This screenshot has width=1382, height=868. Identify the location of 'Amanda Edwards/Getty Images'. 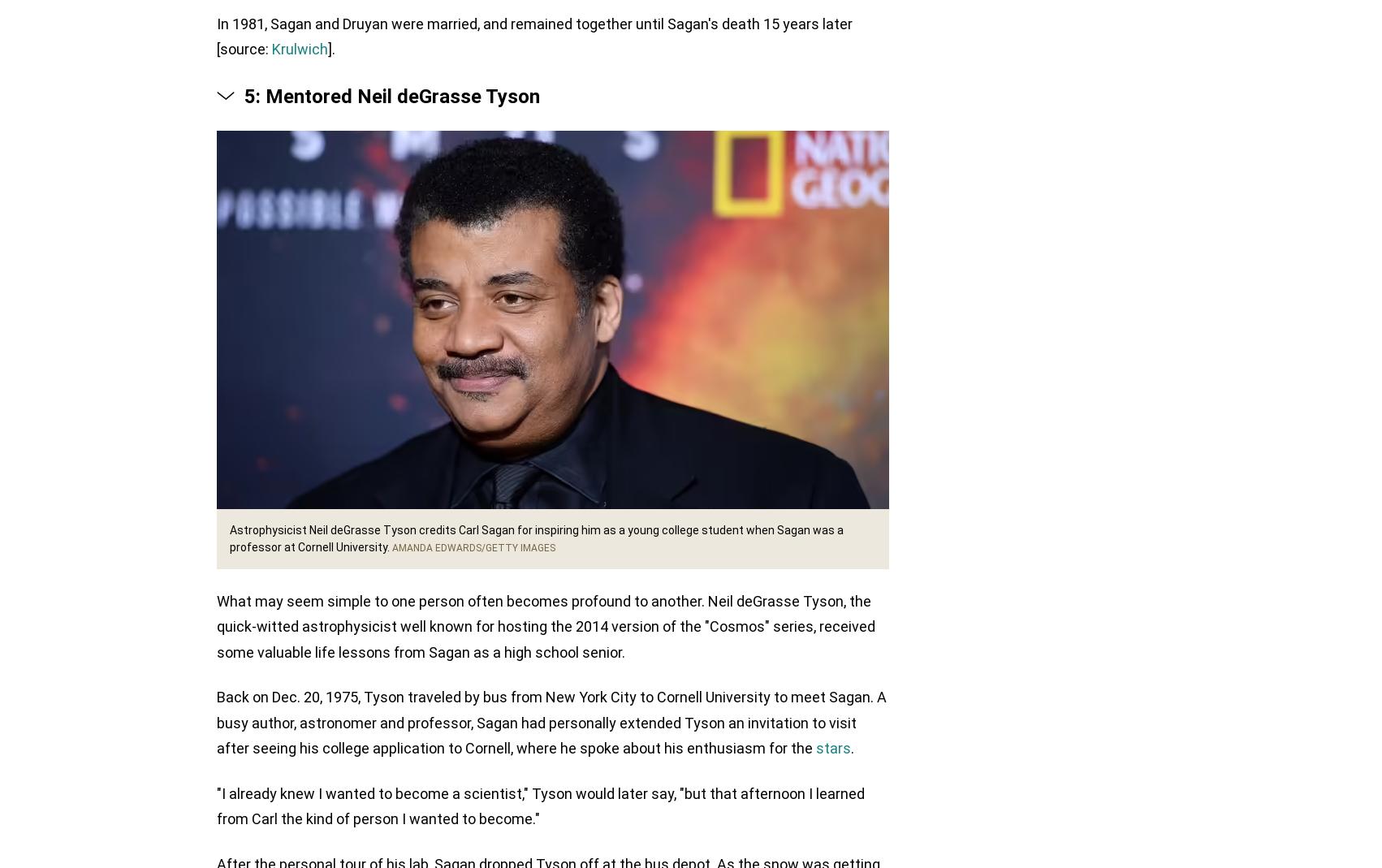
(473, 548).